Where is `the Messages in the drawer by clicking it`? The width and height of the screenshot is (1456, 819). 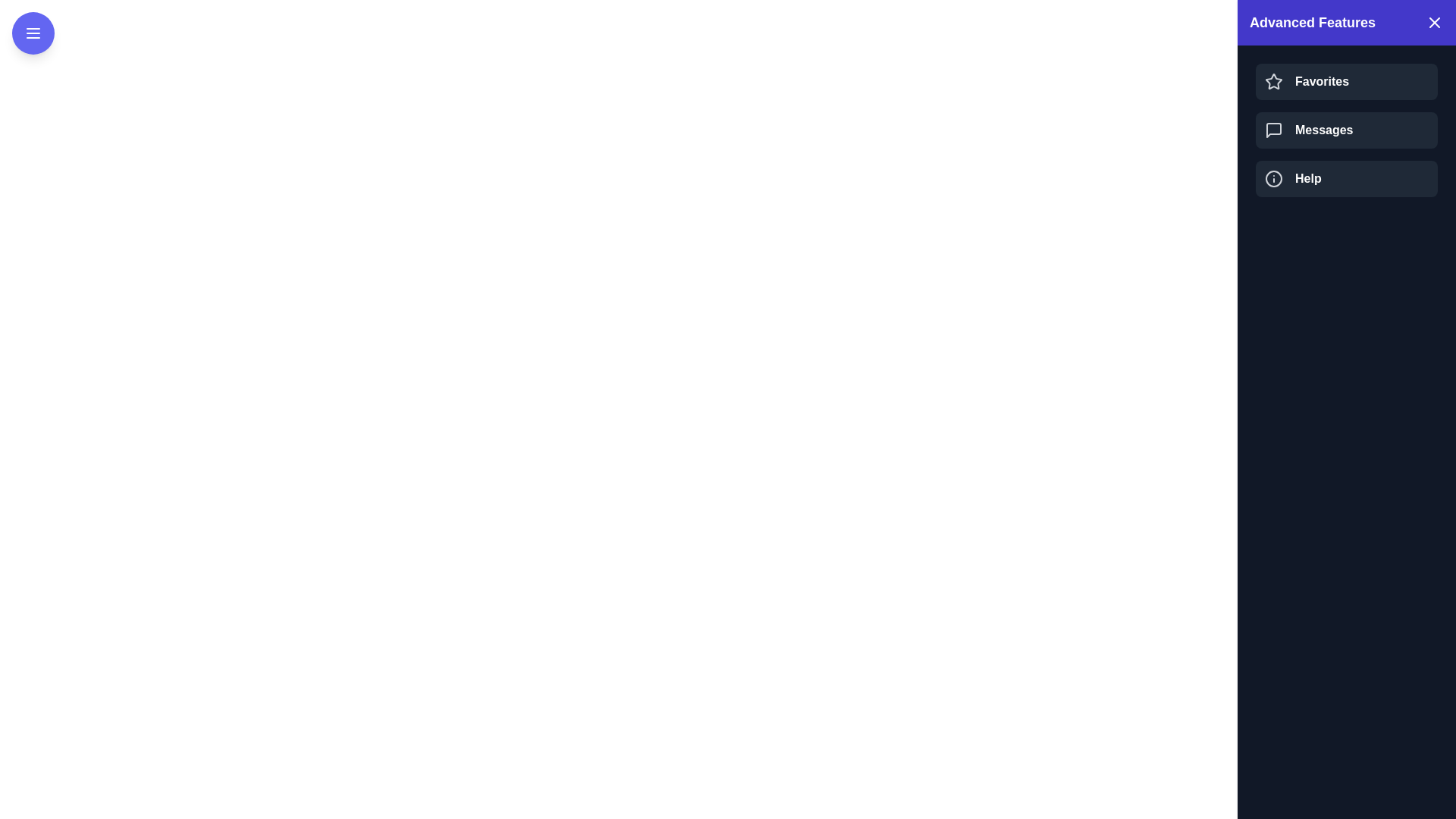
the Messages in the drawer by clicking it is located at coordinates (1347, 130).